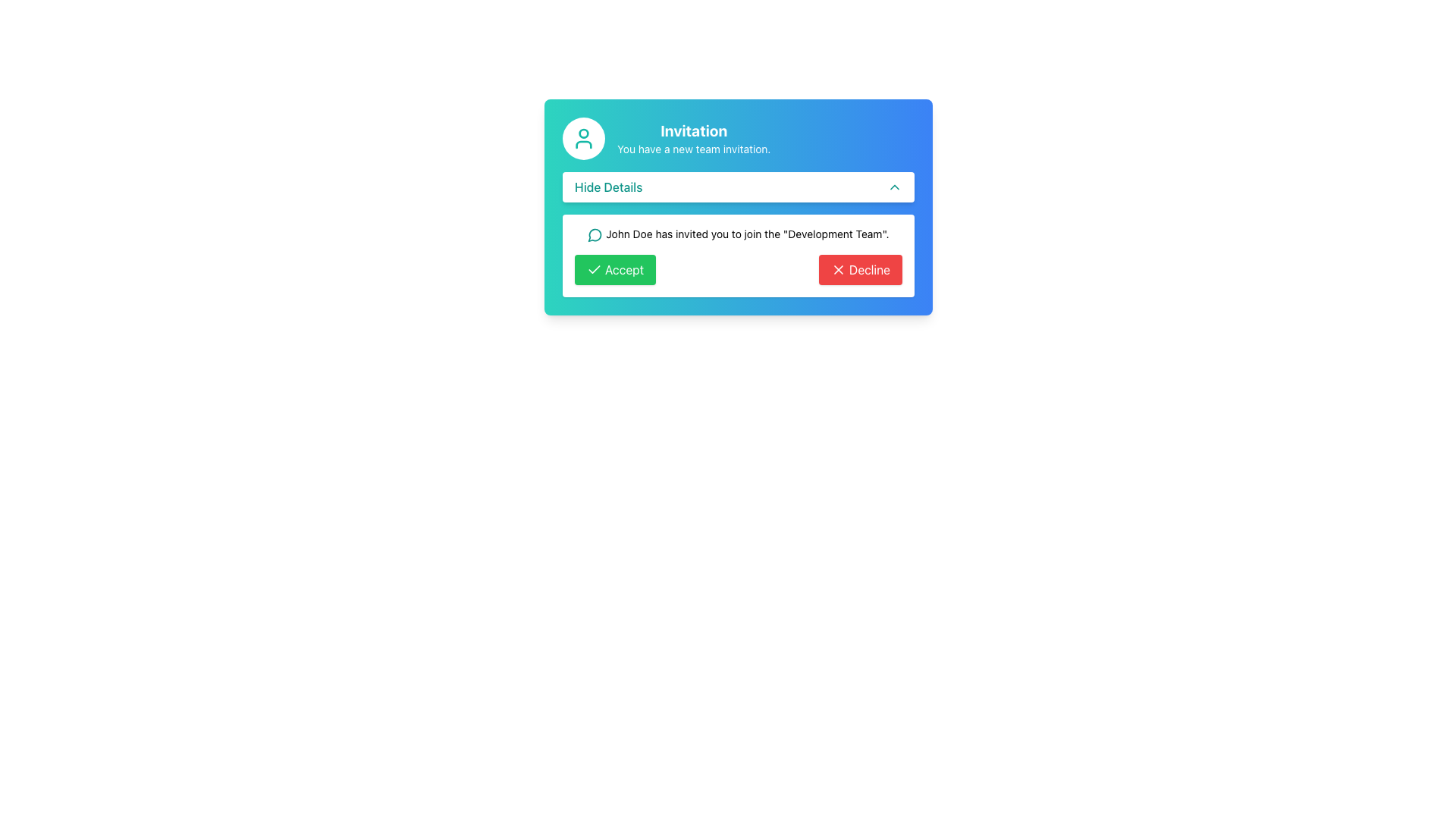 The height and width of the screenshot is (819, 1456). What do you see at coordinates (593, 268) in the screenshot?
I see `the decorative icon within the green 'Accept' button, which enhances the recognizability of the acceptance action` at bounding box center [593, 268].